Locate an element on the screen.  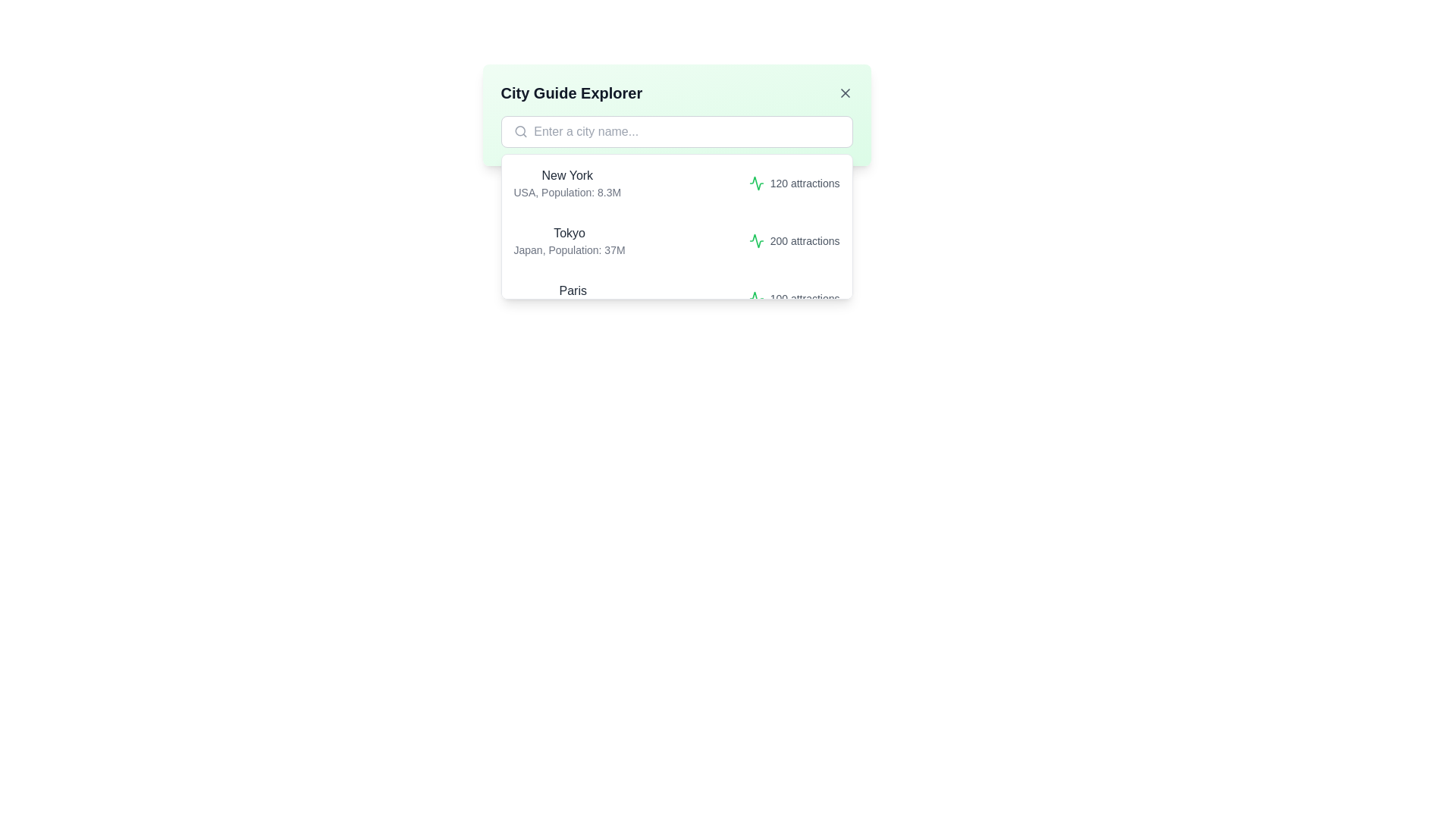
number of attractions displayed in the text label '120 attractions' next to the green icon in the list item for 'New York' is located at coordinates (793, 183).